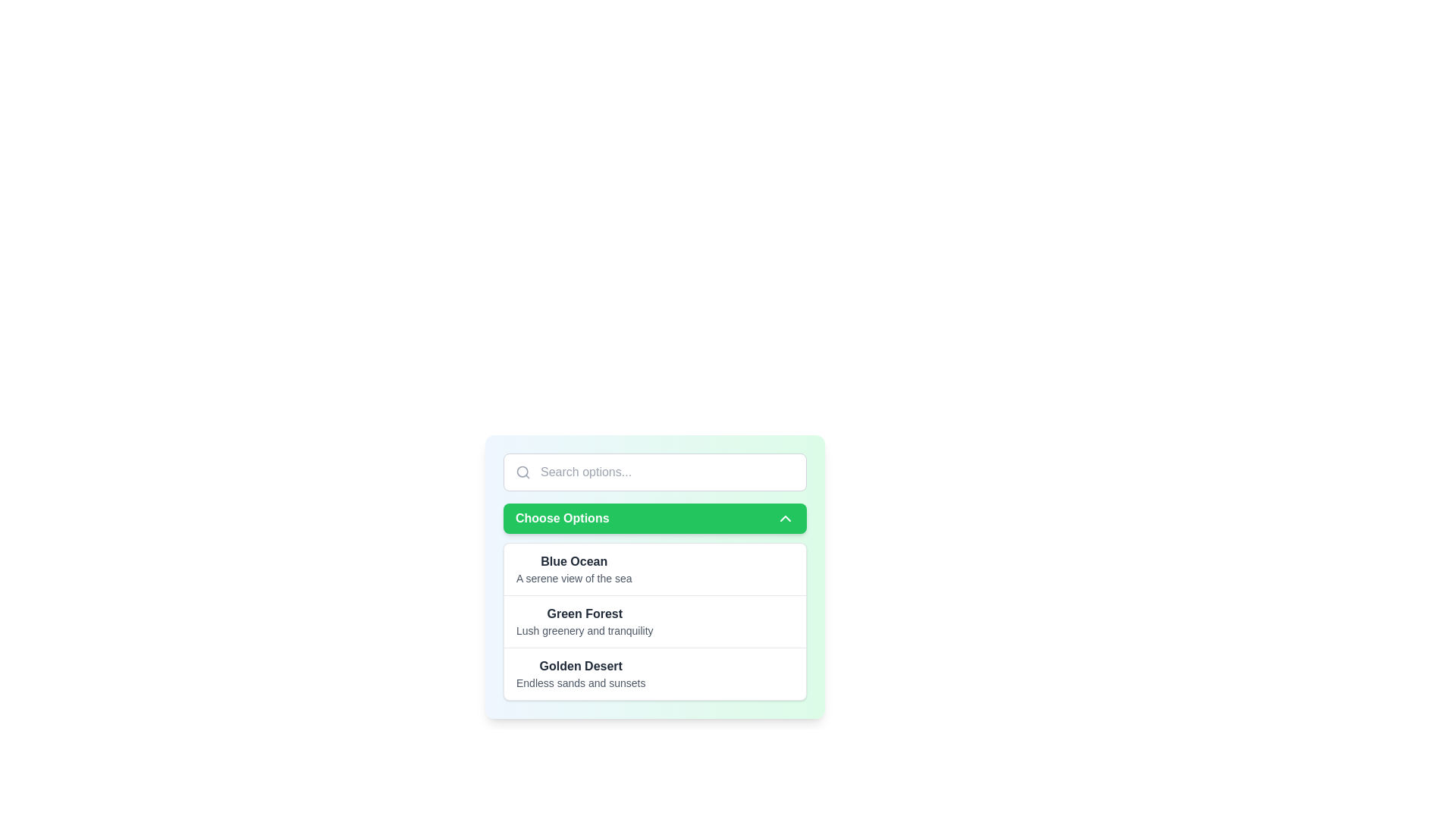 Image resolution: width=1456 pixels, height=819 pixels. What do you see at coordinates (573, 570) in the screenshot?
I see `the first list item titled 'Blue Ocean', which contains a bold title and a smaller description` at bounding box center [573, 570].